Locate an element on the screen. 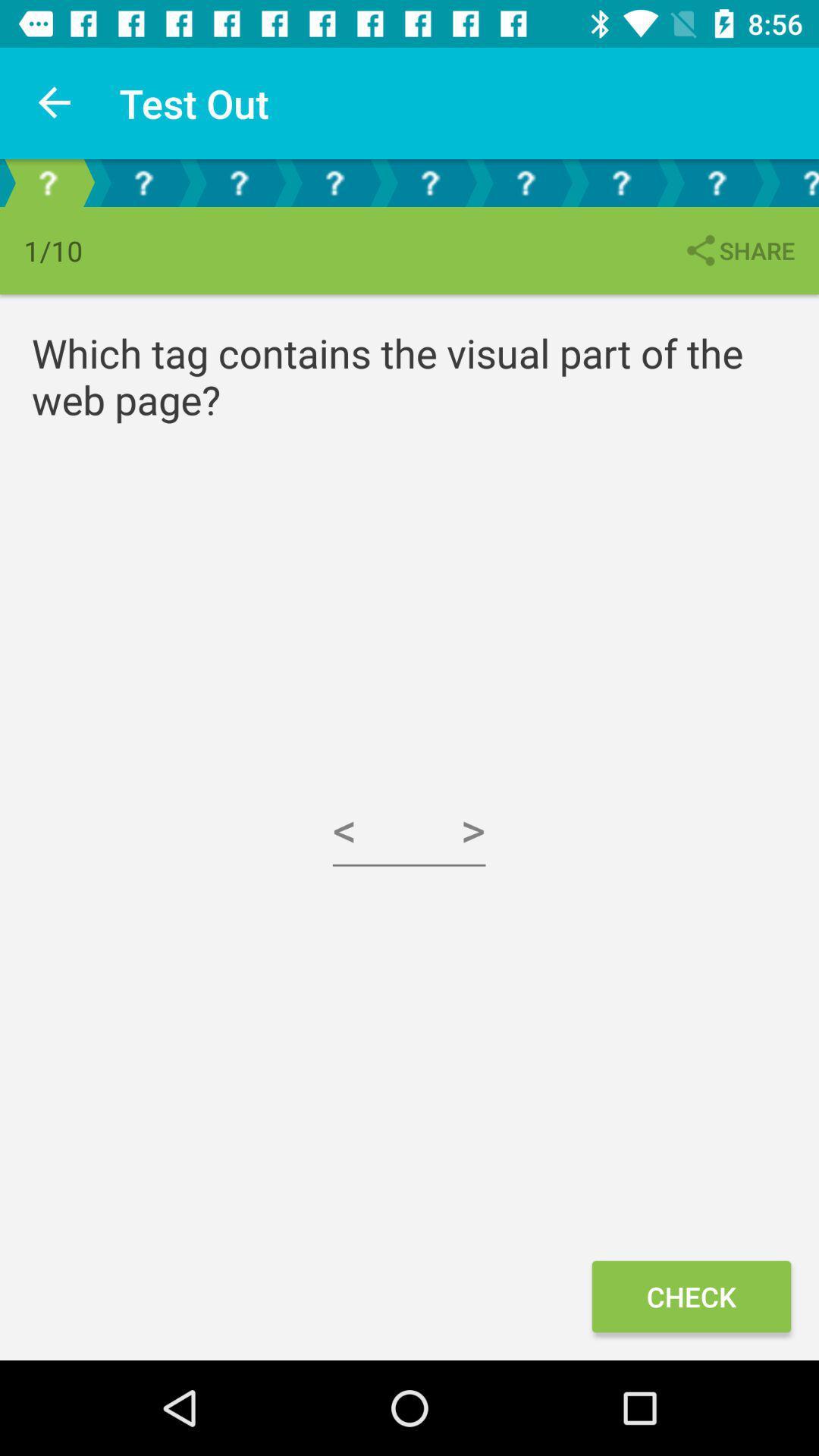 The width and height of the screenshot is (819, 1456). icon next to test out item is located at coordinates (55, 102).